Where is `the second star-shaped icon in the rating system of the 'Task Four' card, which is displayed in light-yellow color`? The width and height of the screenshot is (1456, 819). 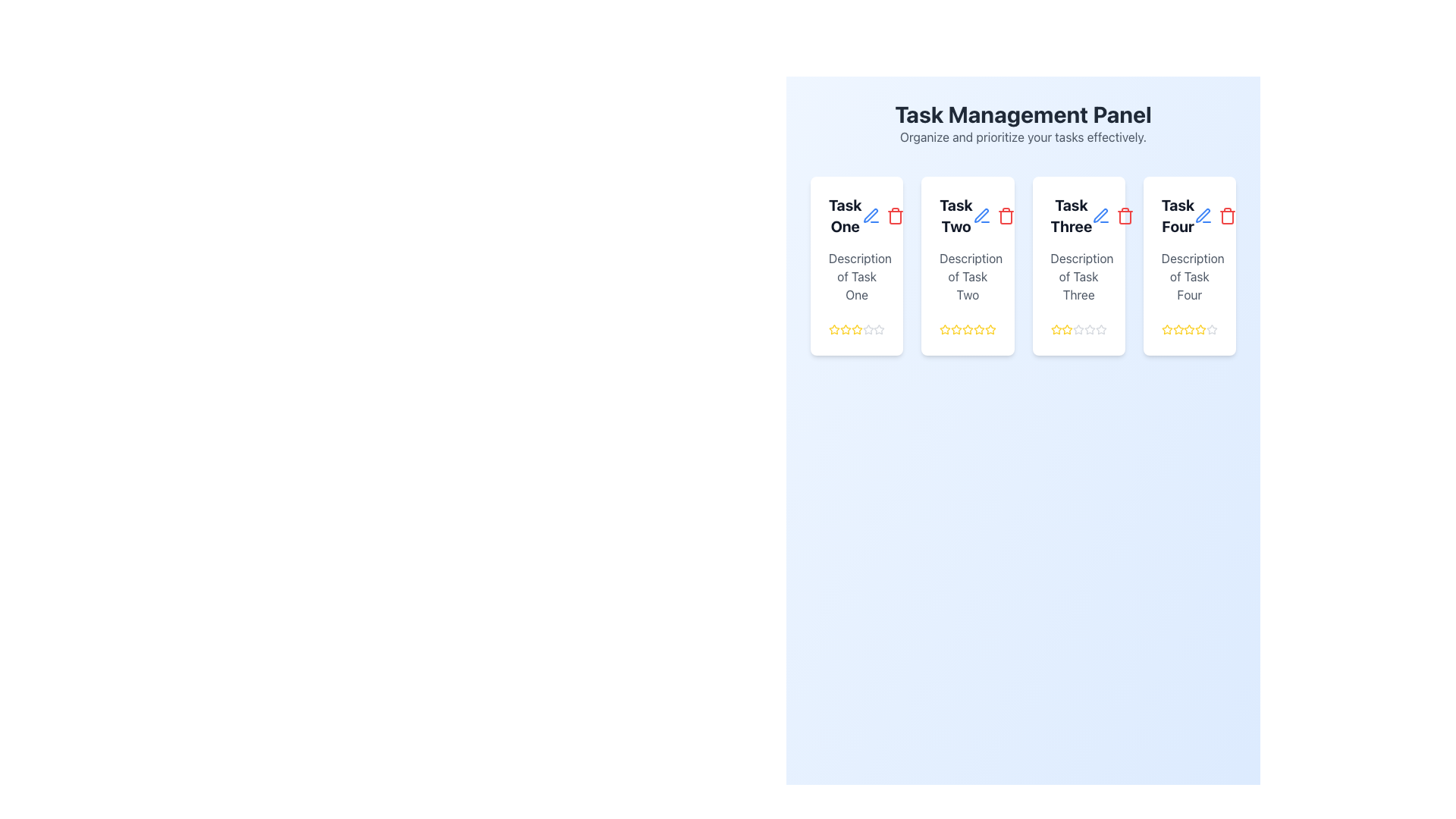
the second star-shaped icon in the rating system of the 'Task Four' card, which is displayed in light-yellow color is located at coordinates (1178, 329).